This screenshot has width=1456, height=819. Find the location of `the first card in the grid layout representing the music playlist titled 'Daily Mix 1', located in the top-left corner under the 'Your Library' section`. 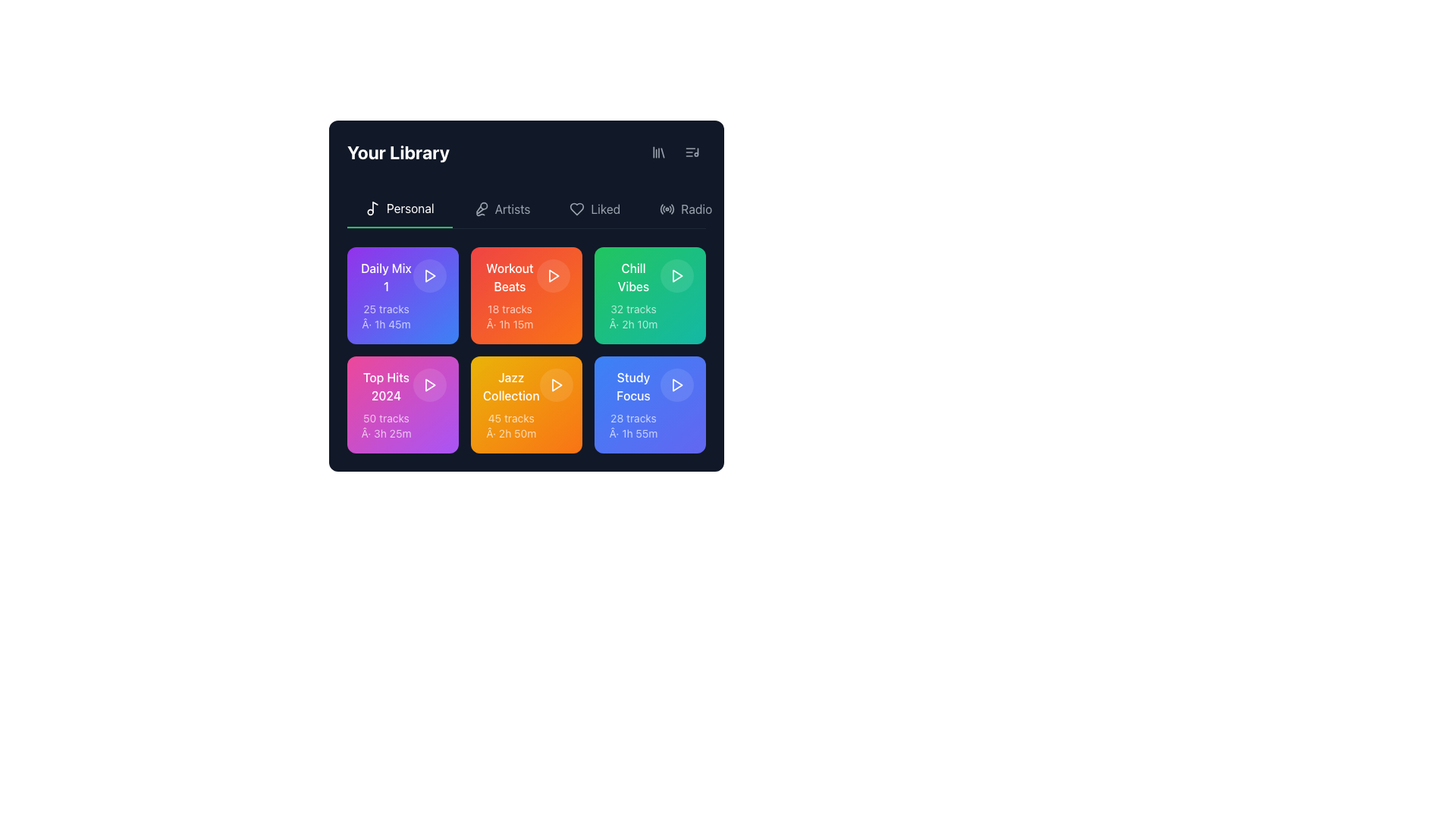

the first card in the grid layout representing the music playlist titled 'Daily Mix 1', located in the top-left corner under the 'Your Library' section is located at coordinates (386, 295).